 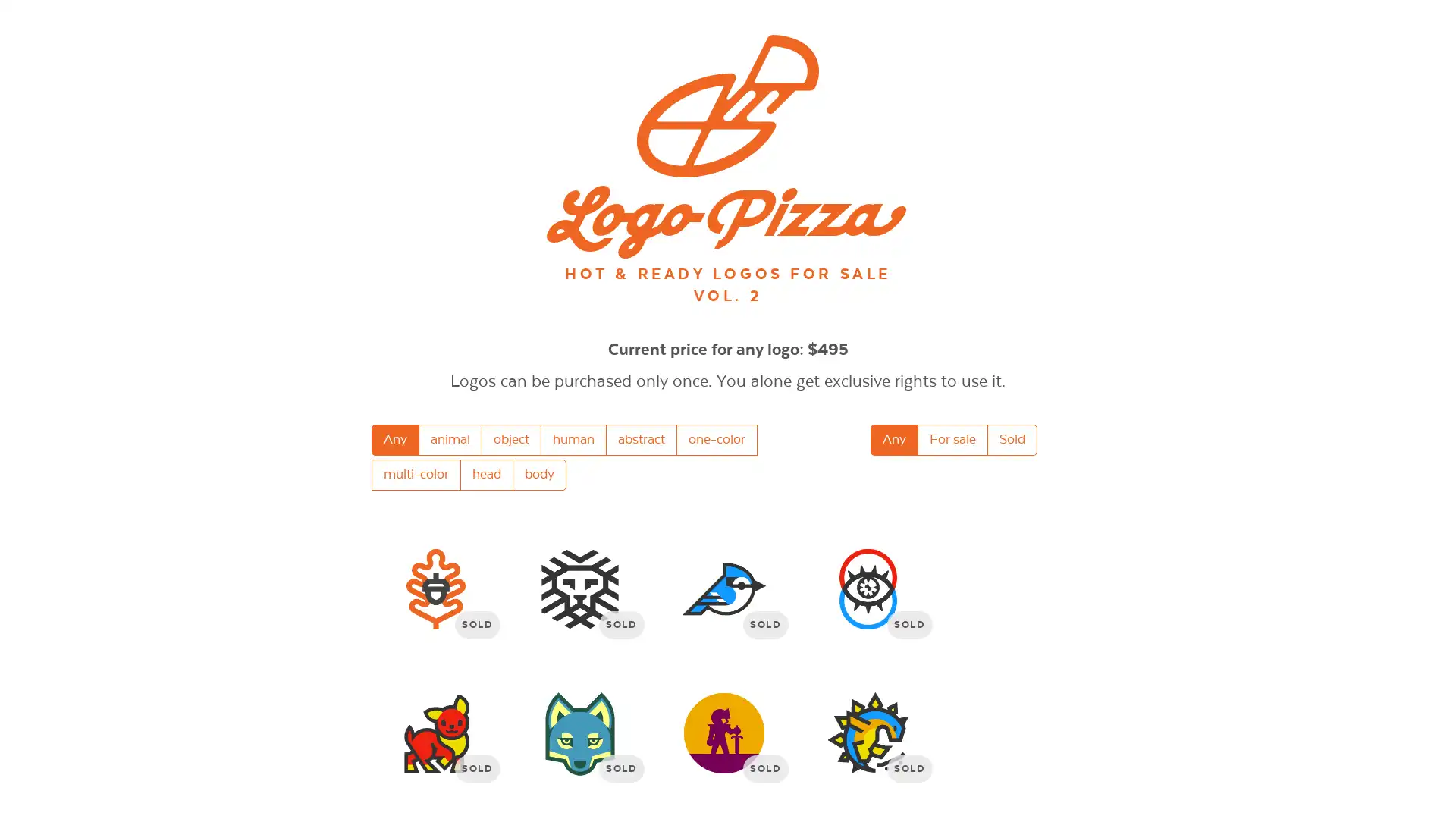 I want to click on head, so click(x=487, y=474).